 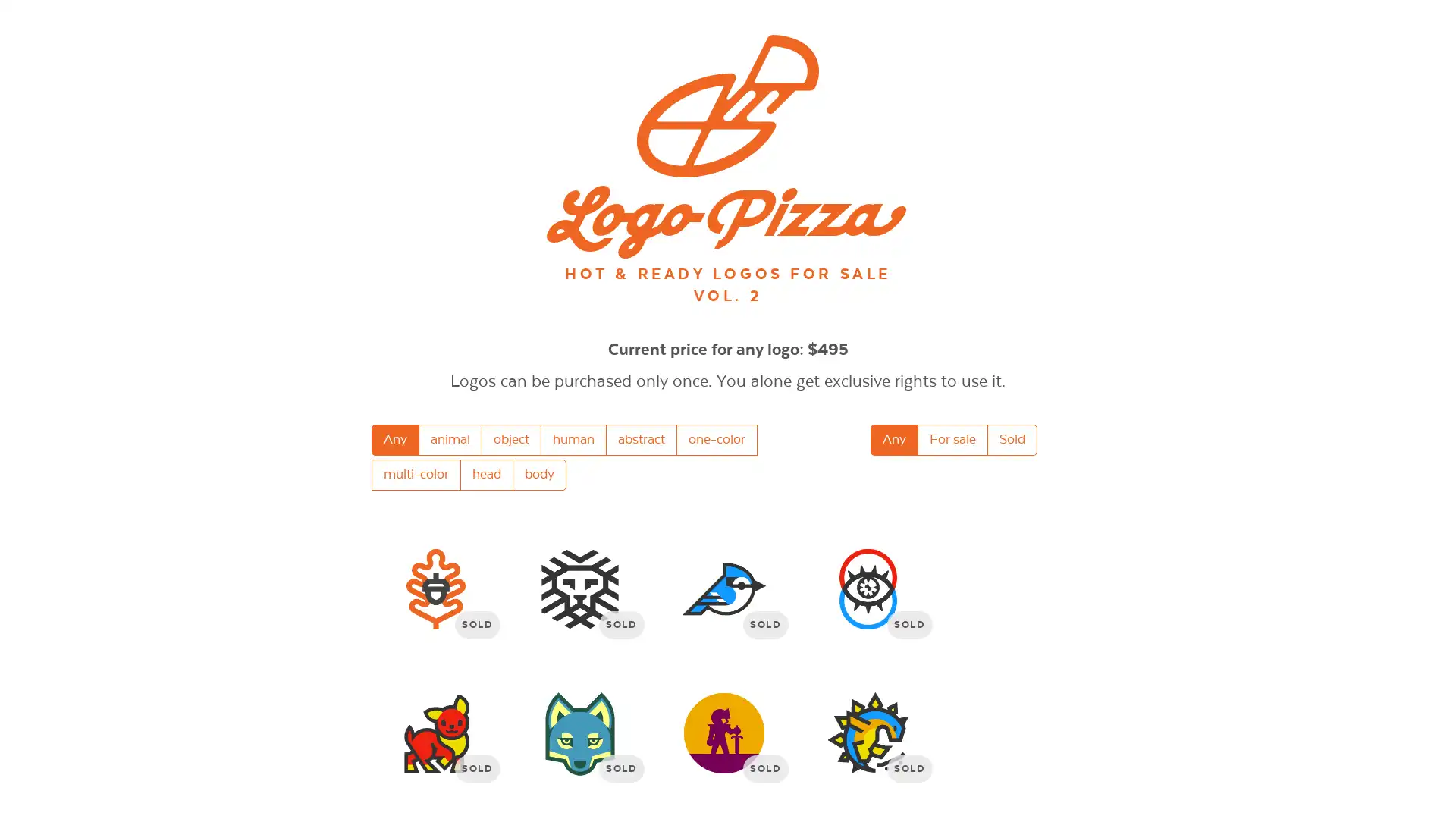 I want to click on head, so click(x=487, y=474).